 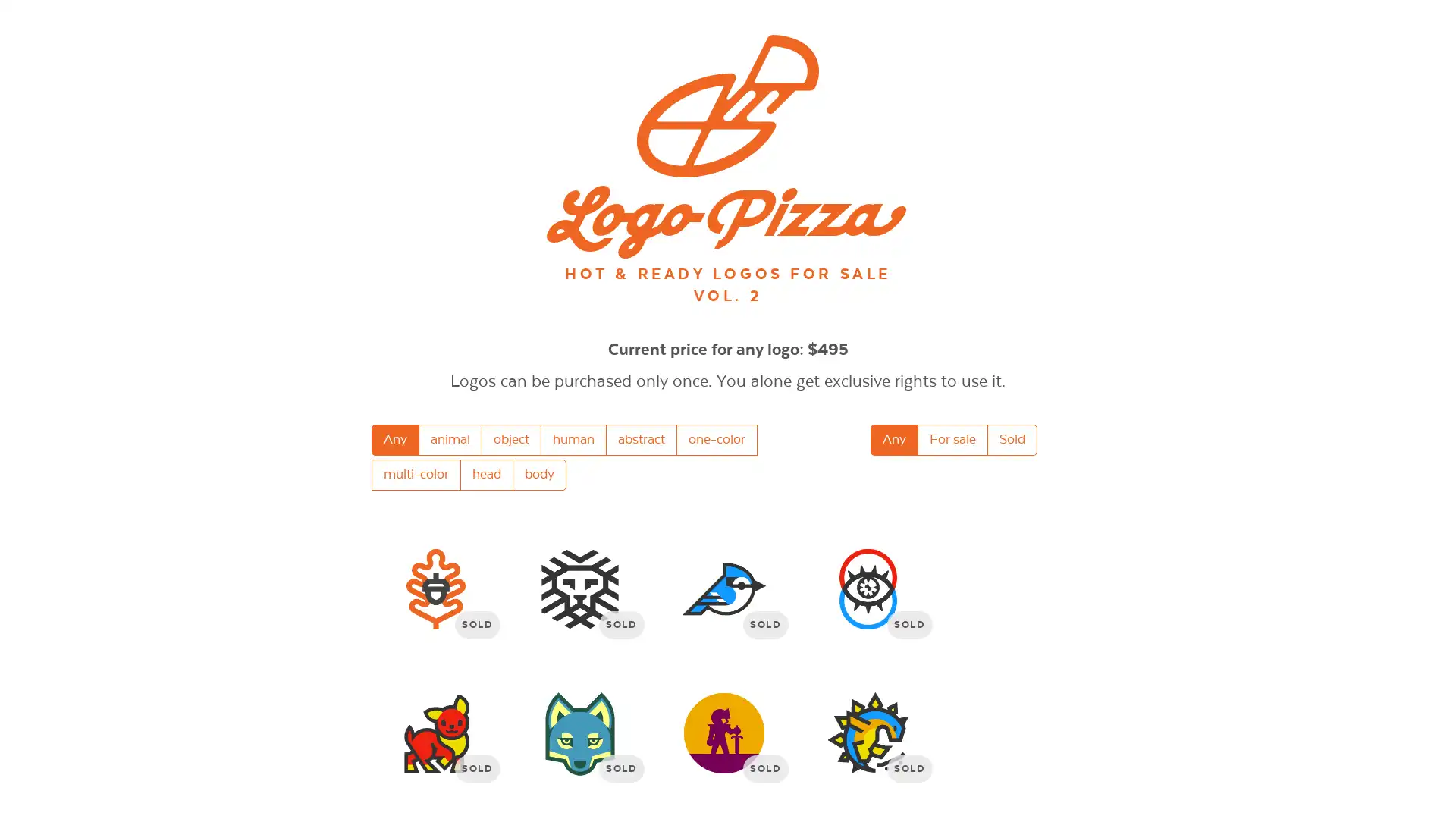 I want to click on head, so click(x=487, y=474).